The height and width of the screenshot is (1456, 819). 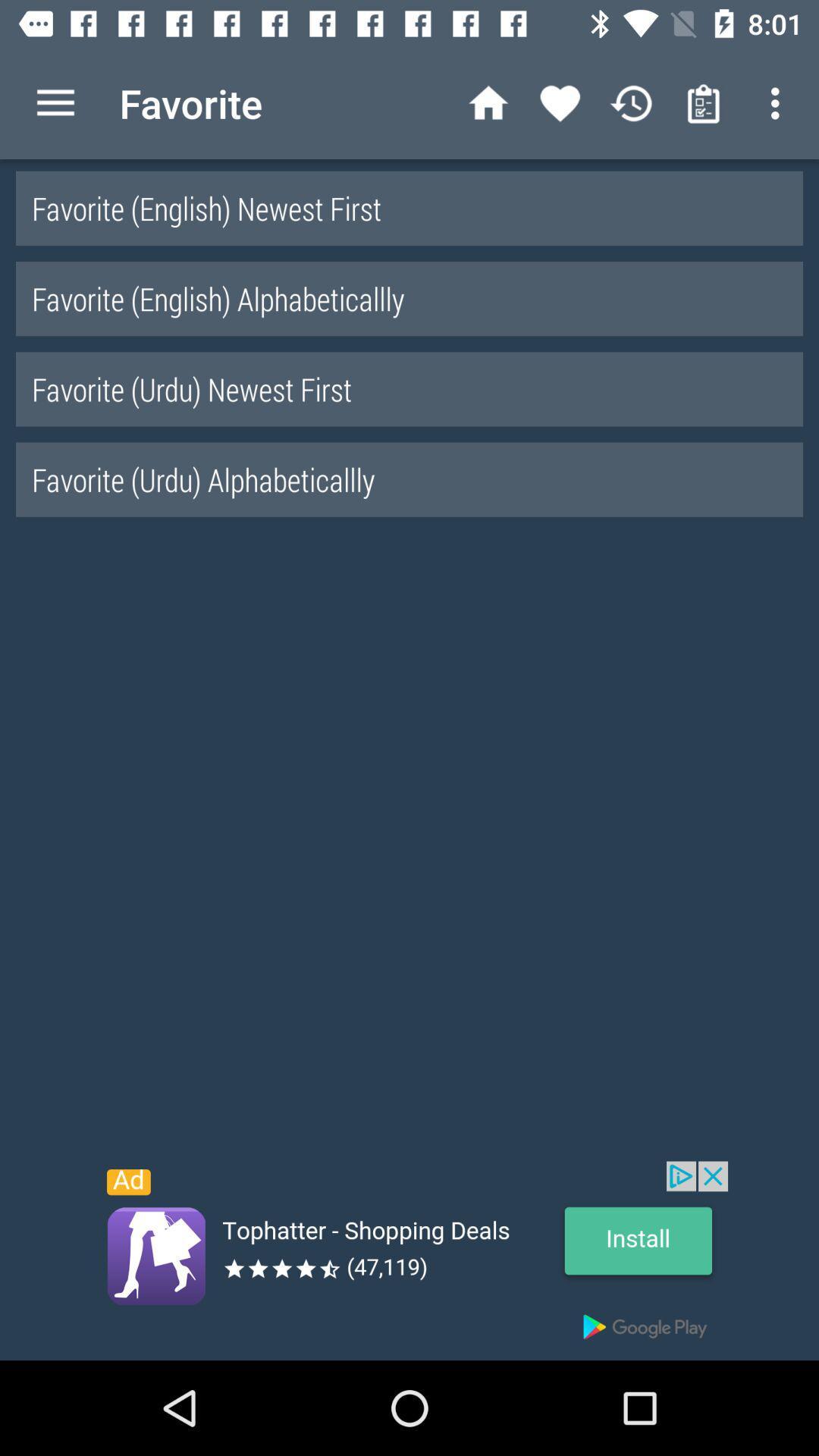 What do you see at coordinates (409, 1260) in the screenshot?
I see `advertisement` at bounding box center [409, 1260].